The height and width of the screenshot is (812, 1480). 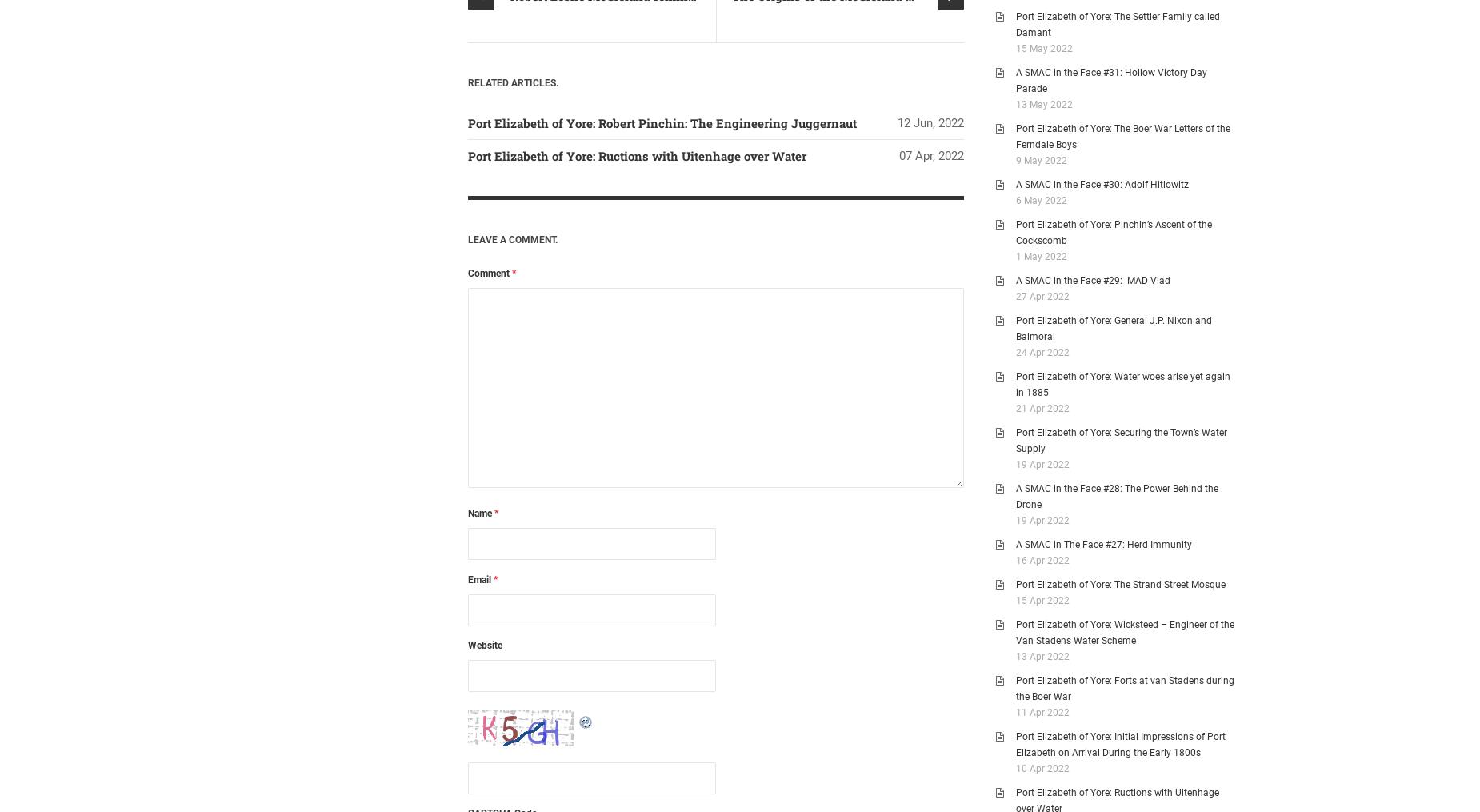 What do you see at coordinates (930, 122) in the screenshot?
I see `'12 Jun, 2022'` at bounding box center [930, 122].